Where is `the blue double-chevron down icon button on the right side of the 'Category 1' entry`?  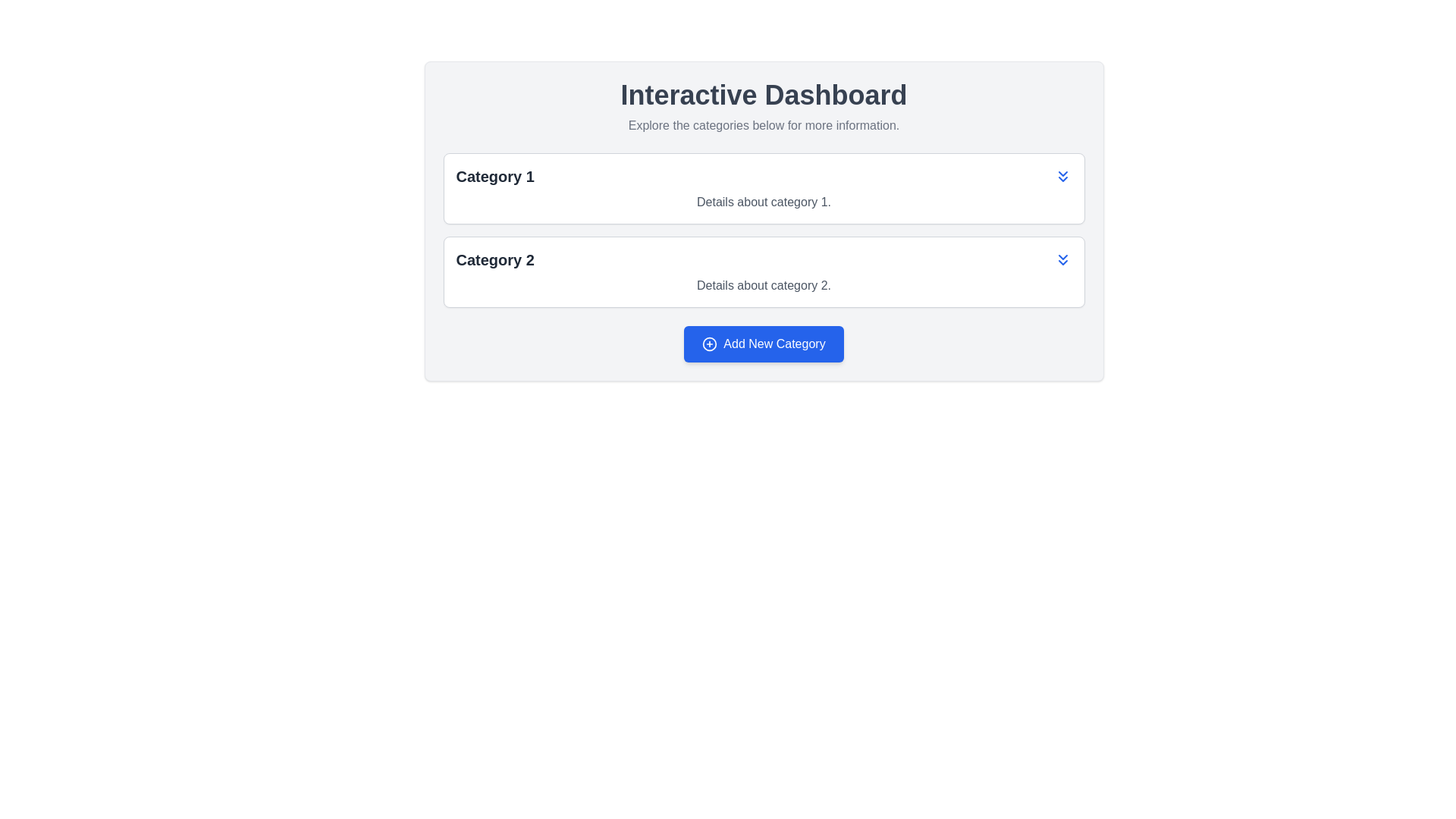
the blue double-chevron down icon button on the right side of the 'Category 1' entry is located at coordinates (1062, 175).